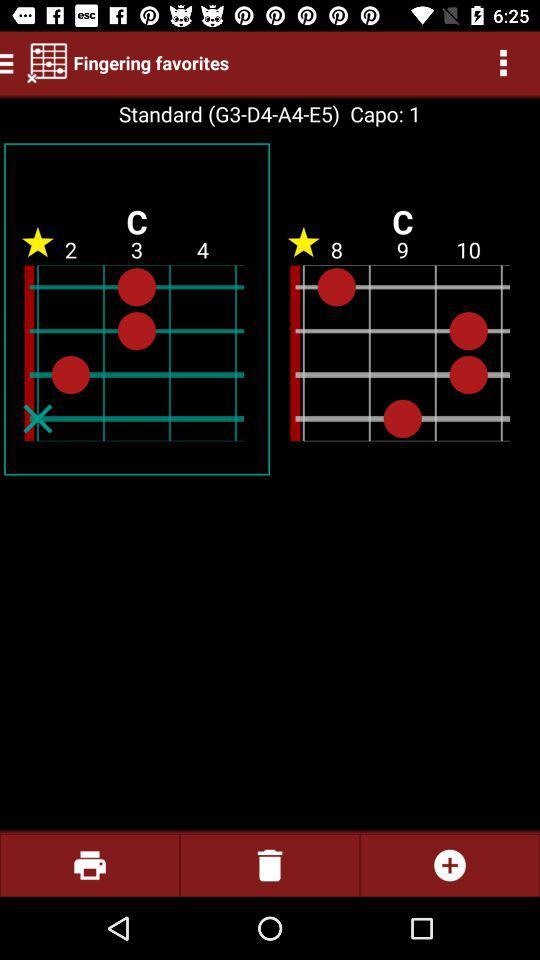  I want to click on the   capo: 1 icon, so click(380, 114).